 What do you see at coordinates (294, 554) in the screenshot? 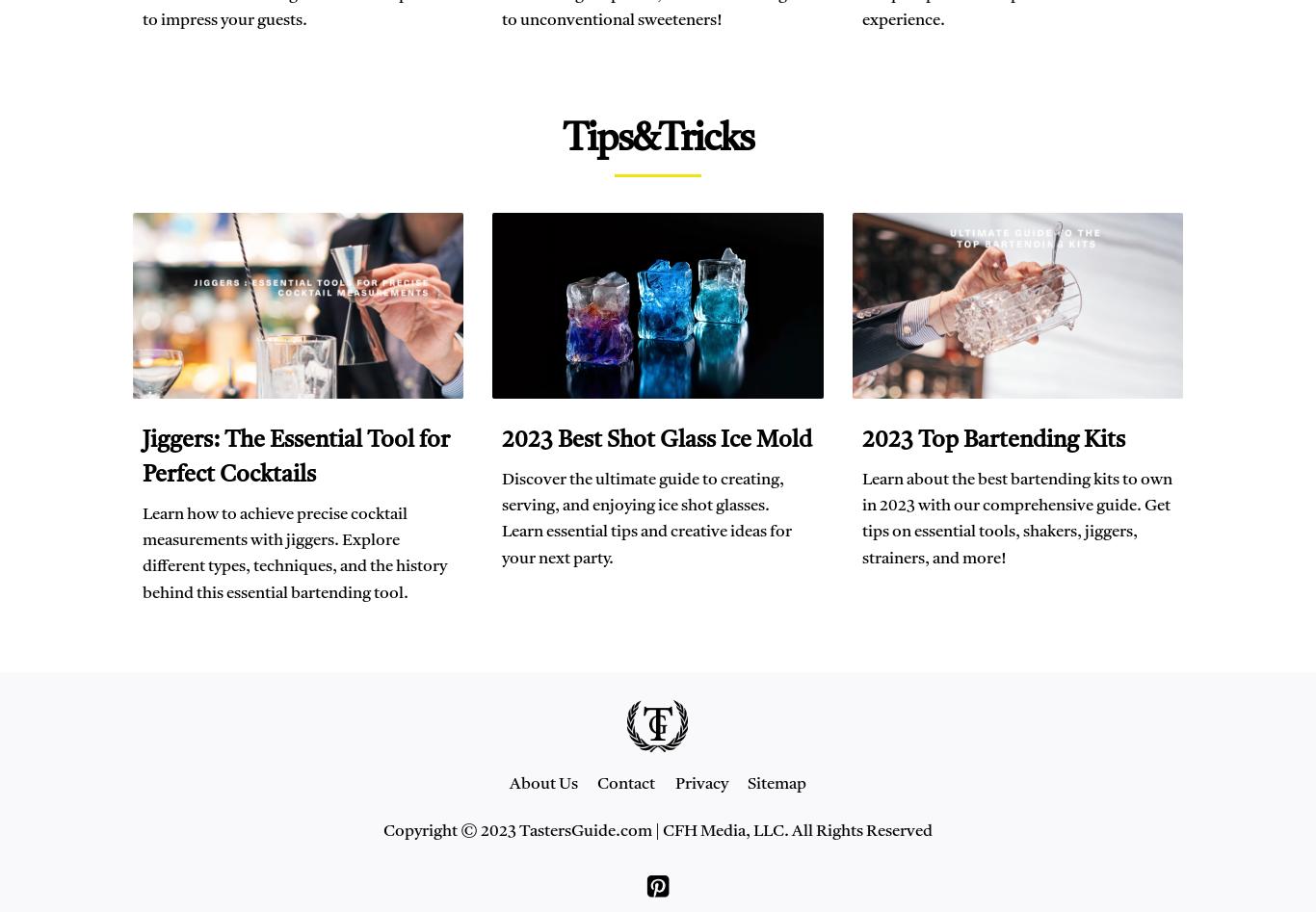
I see `'Learn how to achieve precise cocktail measurements with jiggers. Explore different types, techniques, and the history behind this essential bartending tool.'` at bounding box center [294, 554].